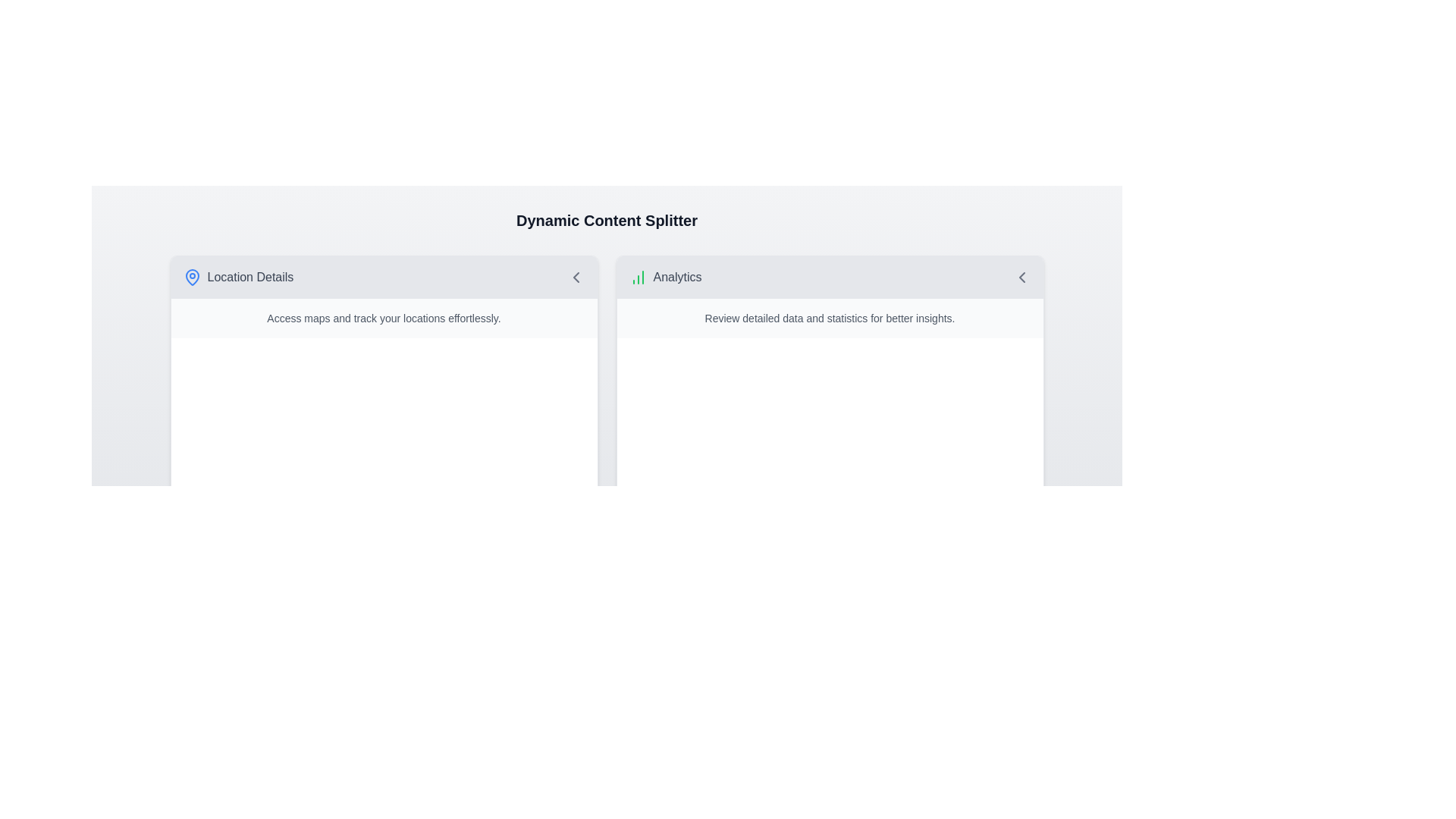  Describe the element at coordinates (250, 278) in the screenshot. I see `the text label displaying 'Location Details', which is styled in grey and positioned next to a blue map pin icon` at that location.